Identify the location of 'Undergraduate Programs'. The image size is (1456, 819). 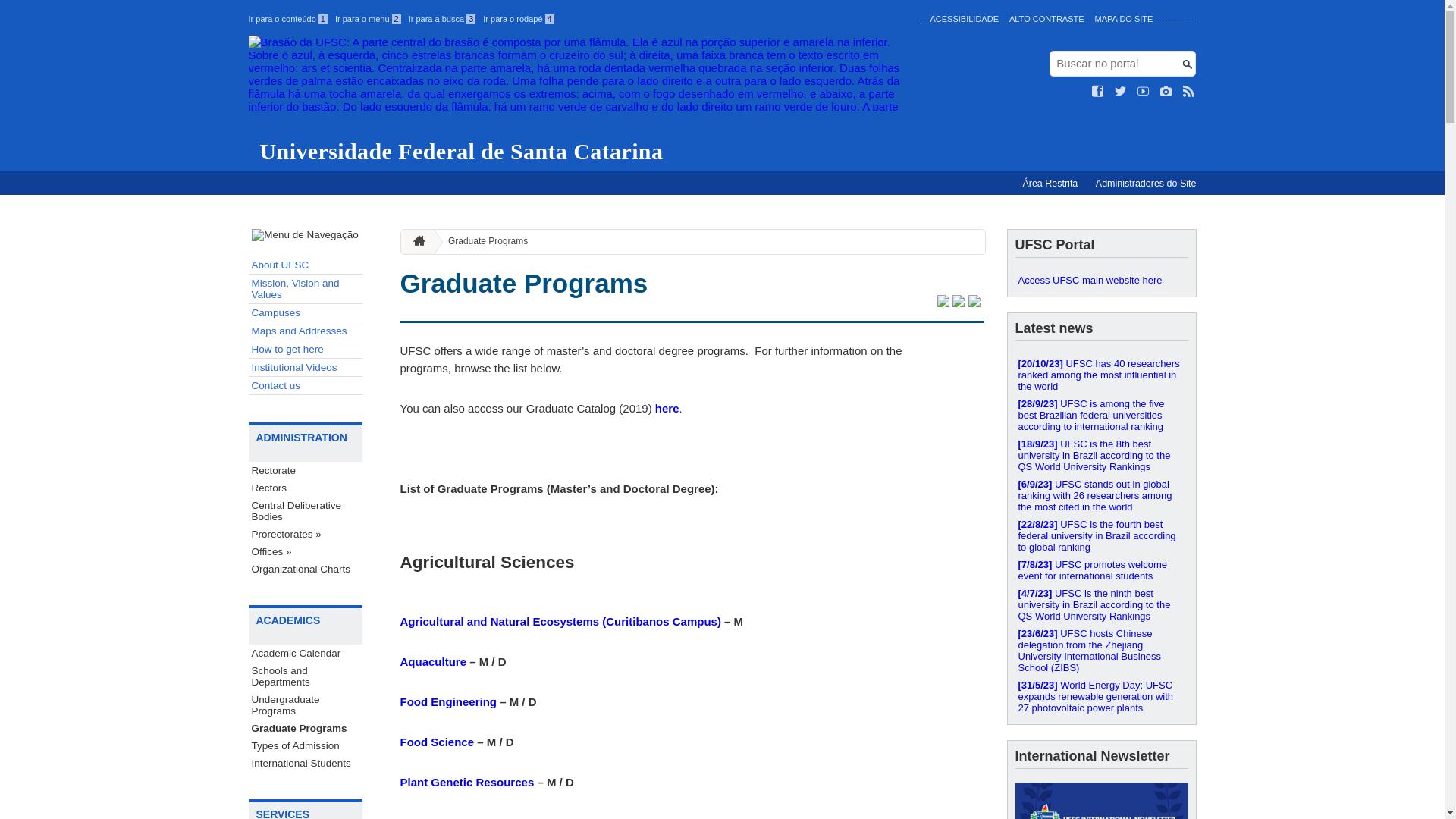
(248, 704).